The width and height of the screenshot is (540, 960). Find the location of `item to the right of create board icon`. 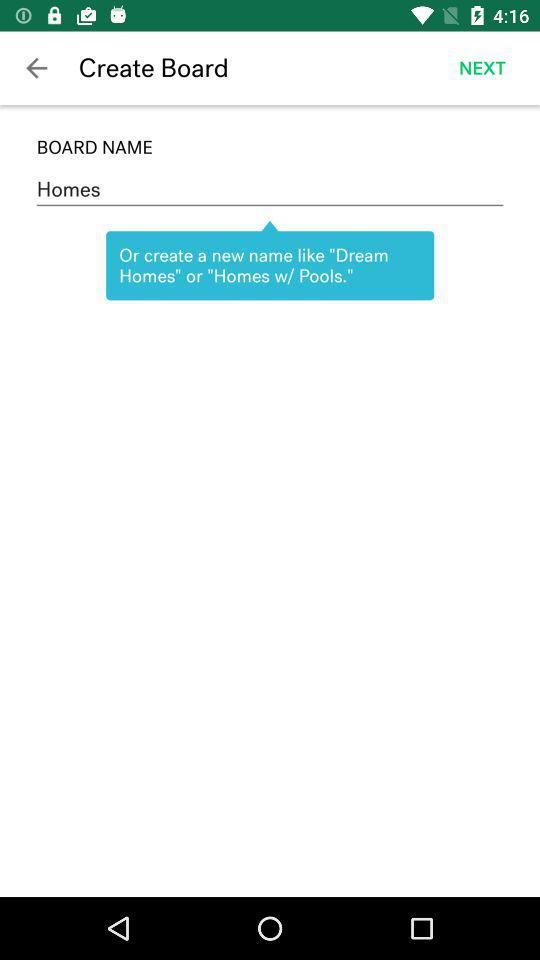

item to the right of create board icon is located at coordinates (481, 68).